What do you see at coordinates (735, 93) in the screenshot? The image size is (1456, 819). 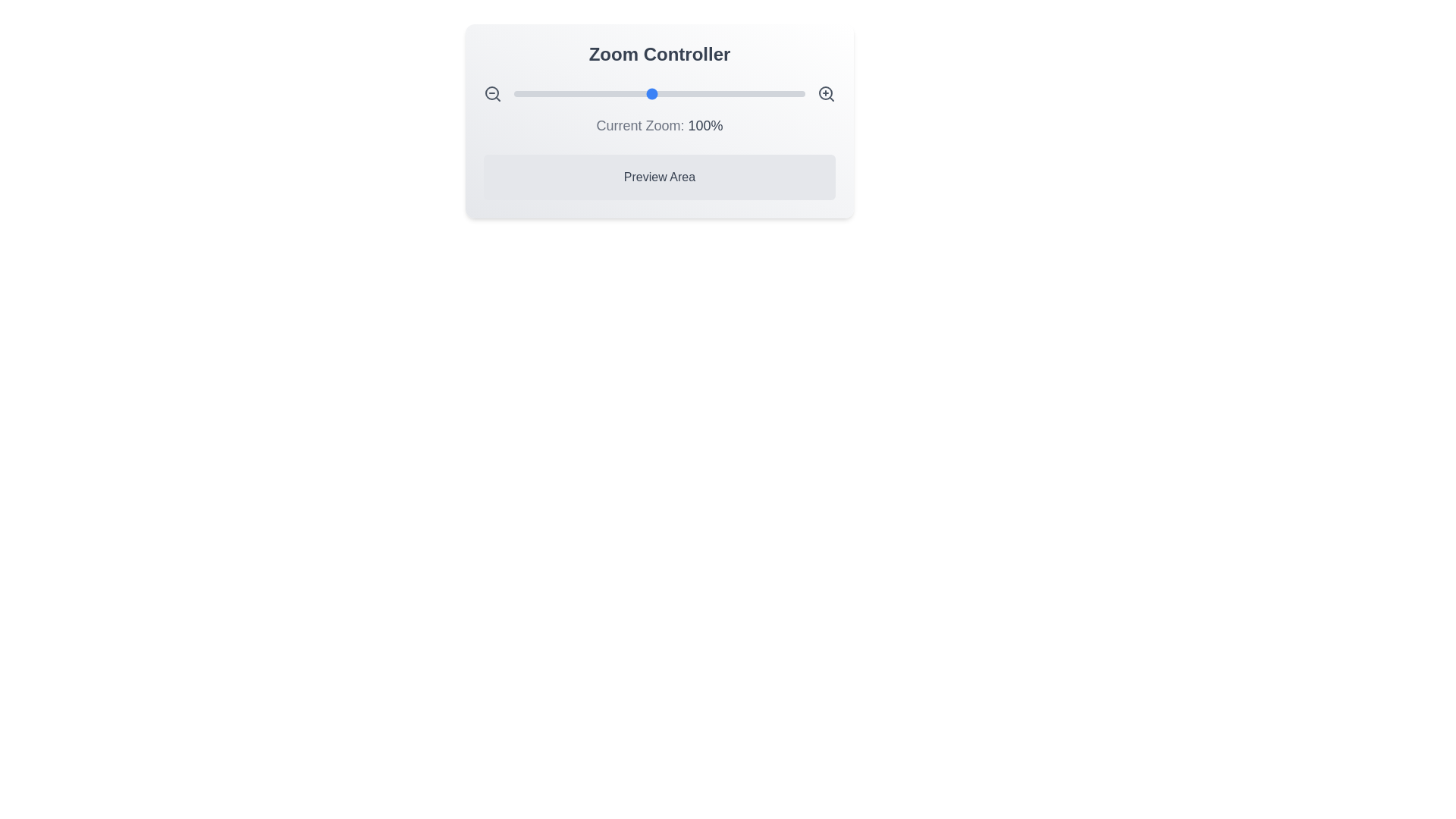 I see `the zoom slider to set the zoom level to 154` at bounding box center [735, 93].